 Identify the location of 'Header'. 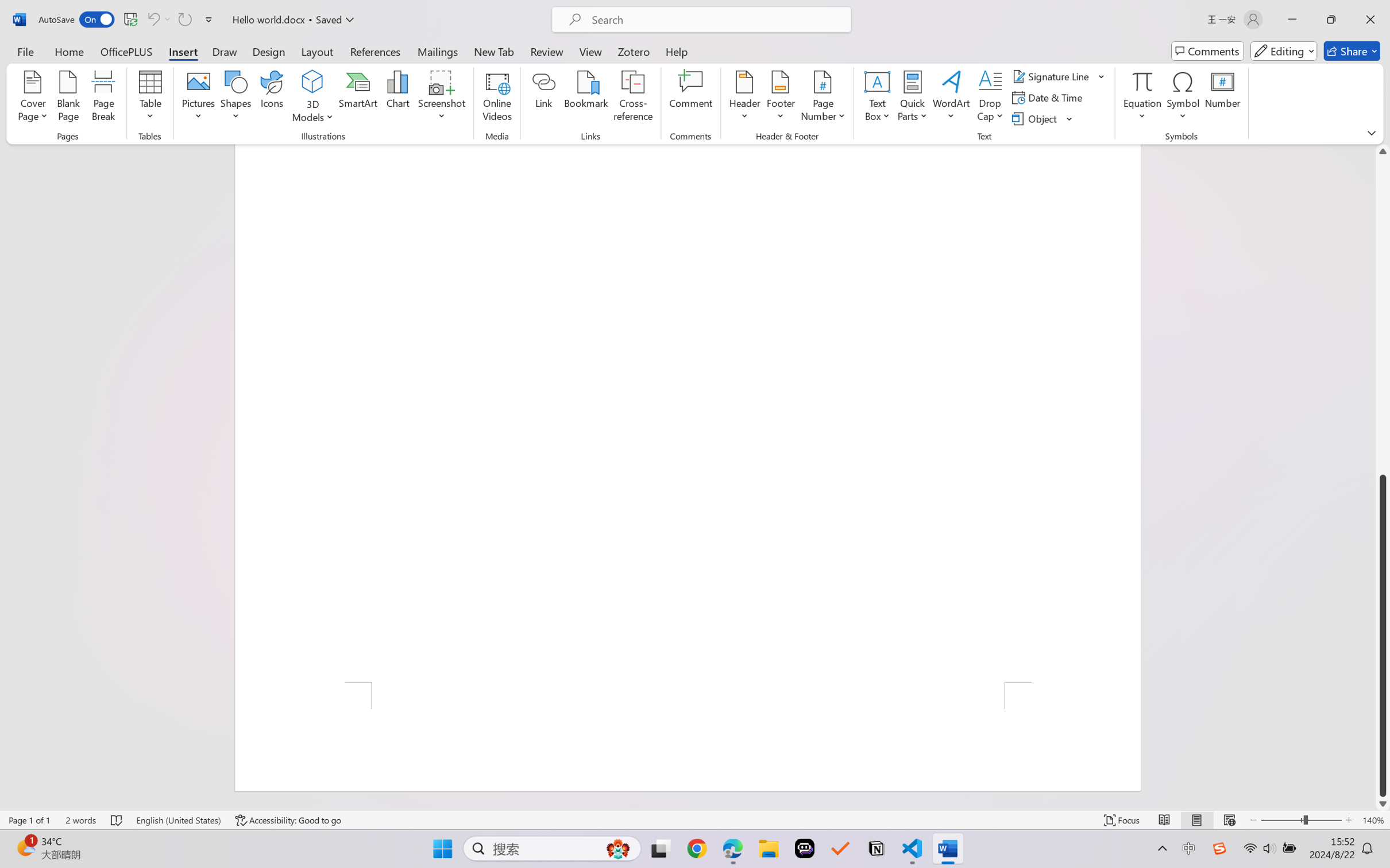
(743, 98).